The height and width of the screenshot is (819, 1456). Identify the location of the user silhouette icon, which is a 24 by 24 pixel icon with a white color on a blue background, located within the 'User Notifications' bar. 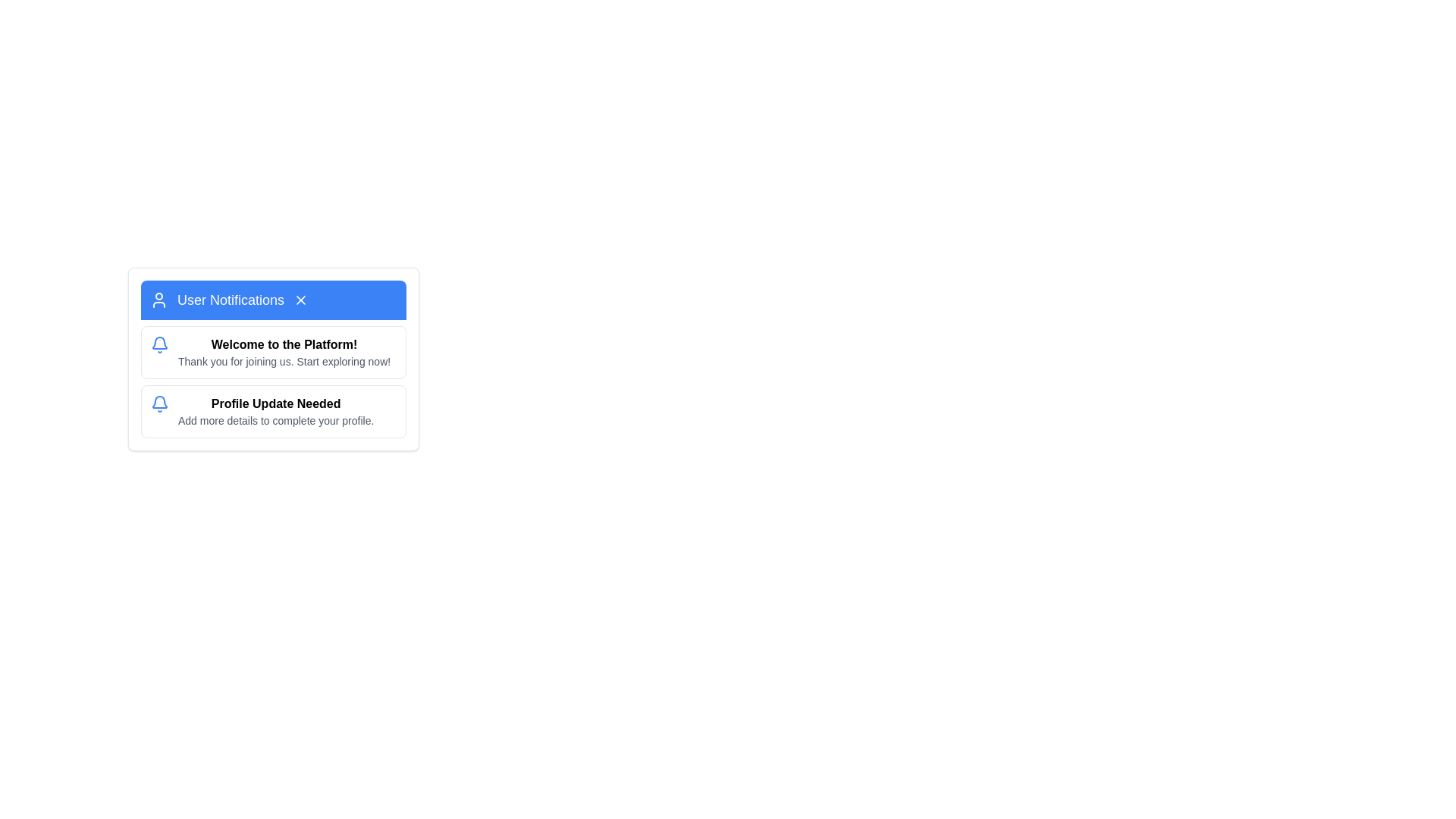
(159, 300).